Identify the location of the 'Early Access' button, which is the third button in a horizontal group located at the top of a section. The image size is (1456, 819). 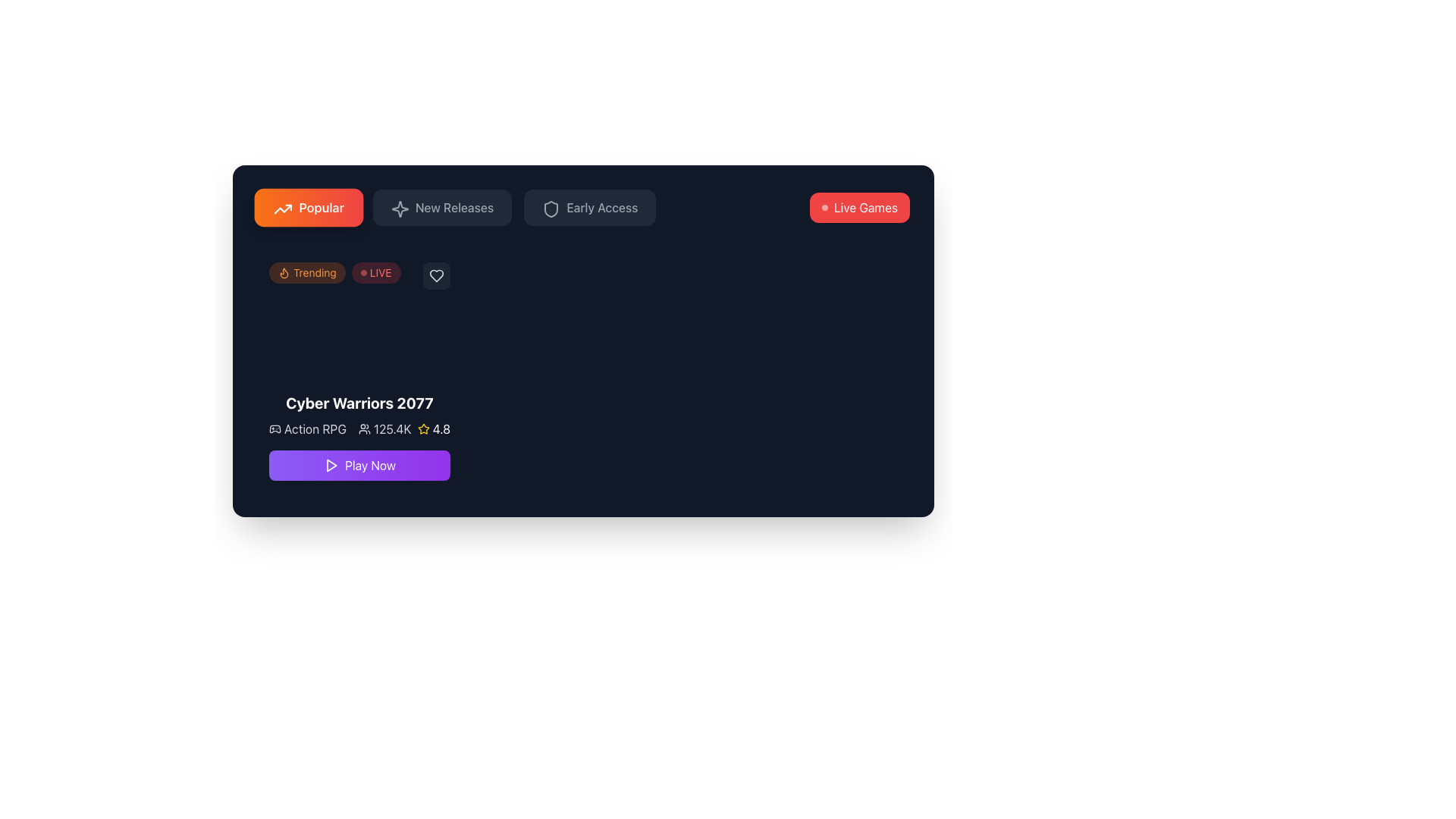
(589, 207).